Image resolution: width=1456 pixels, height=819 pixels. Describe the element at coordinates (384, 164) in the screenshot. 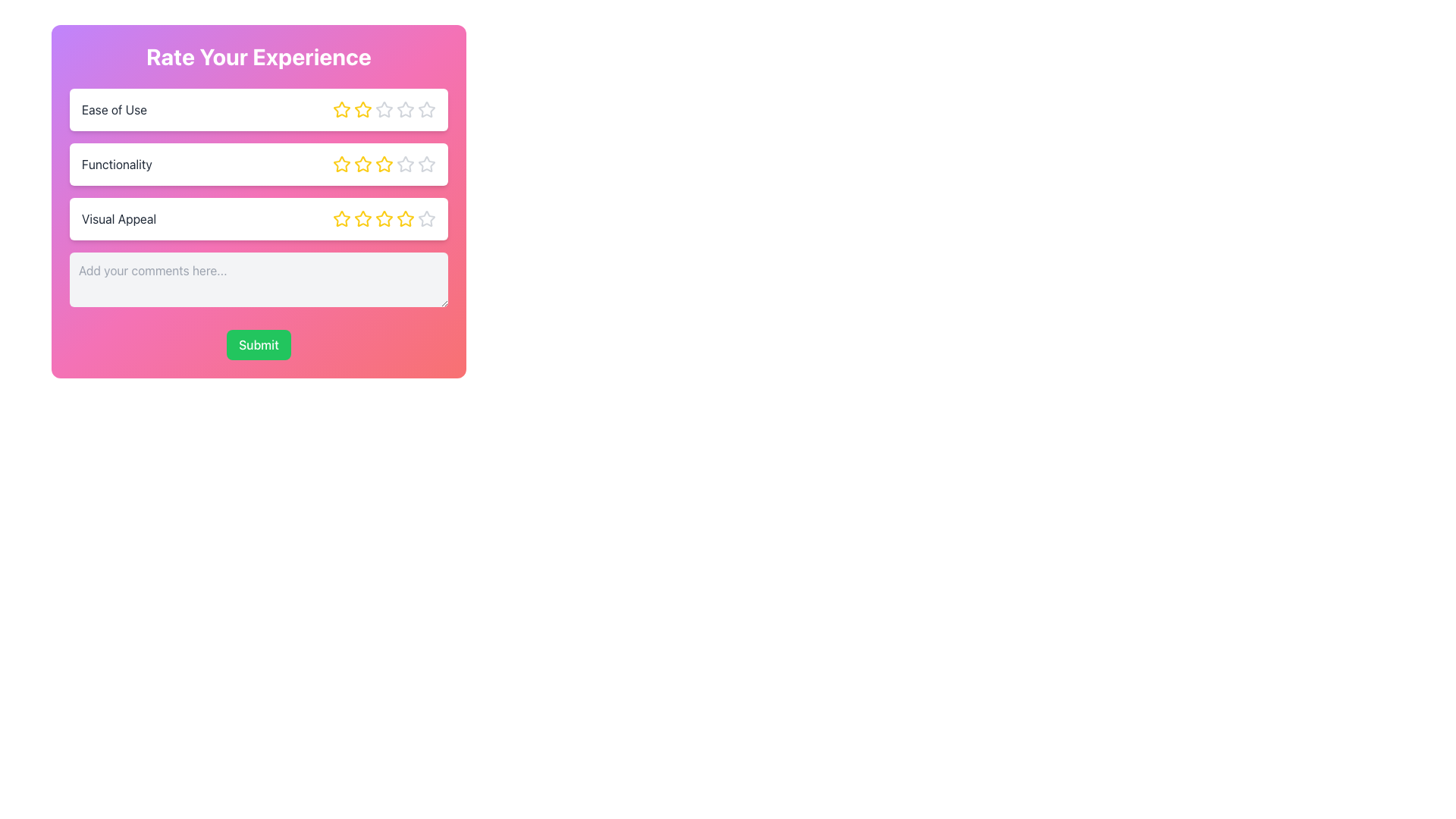

I see `the third star in the five-star rating bar` at that location.